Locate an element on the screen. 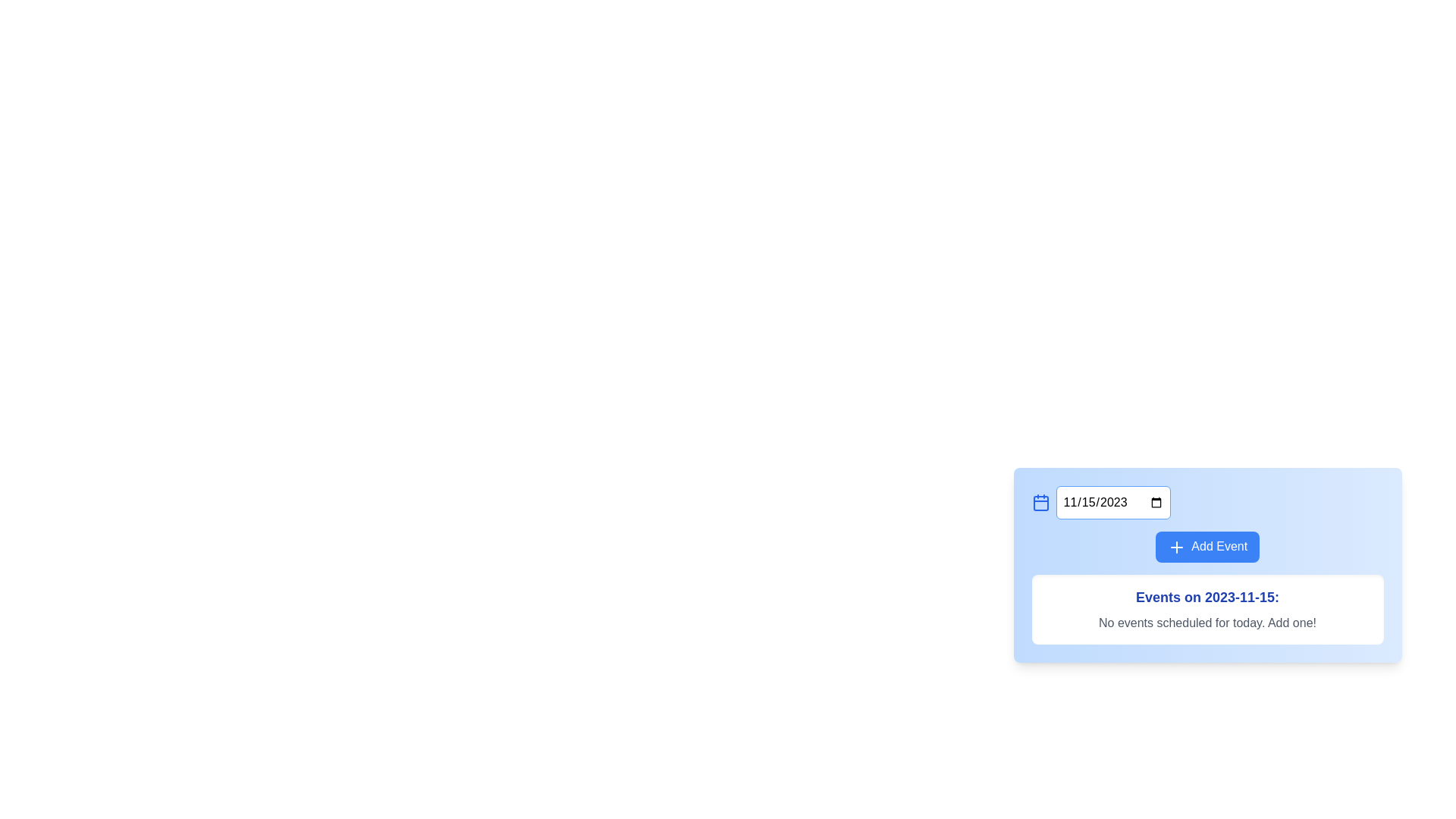  the 'Add Event' button located centrally below the date picker and to the right of the calendar icon for keyboard interaction is located at coordinates (1207, 547).